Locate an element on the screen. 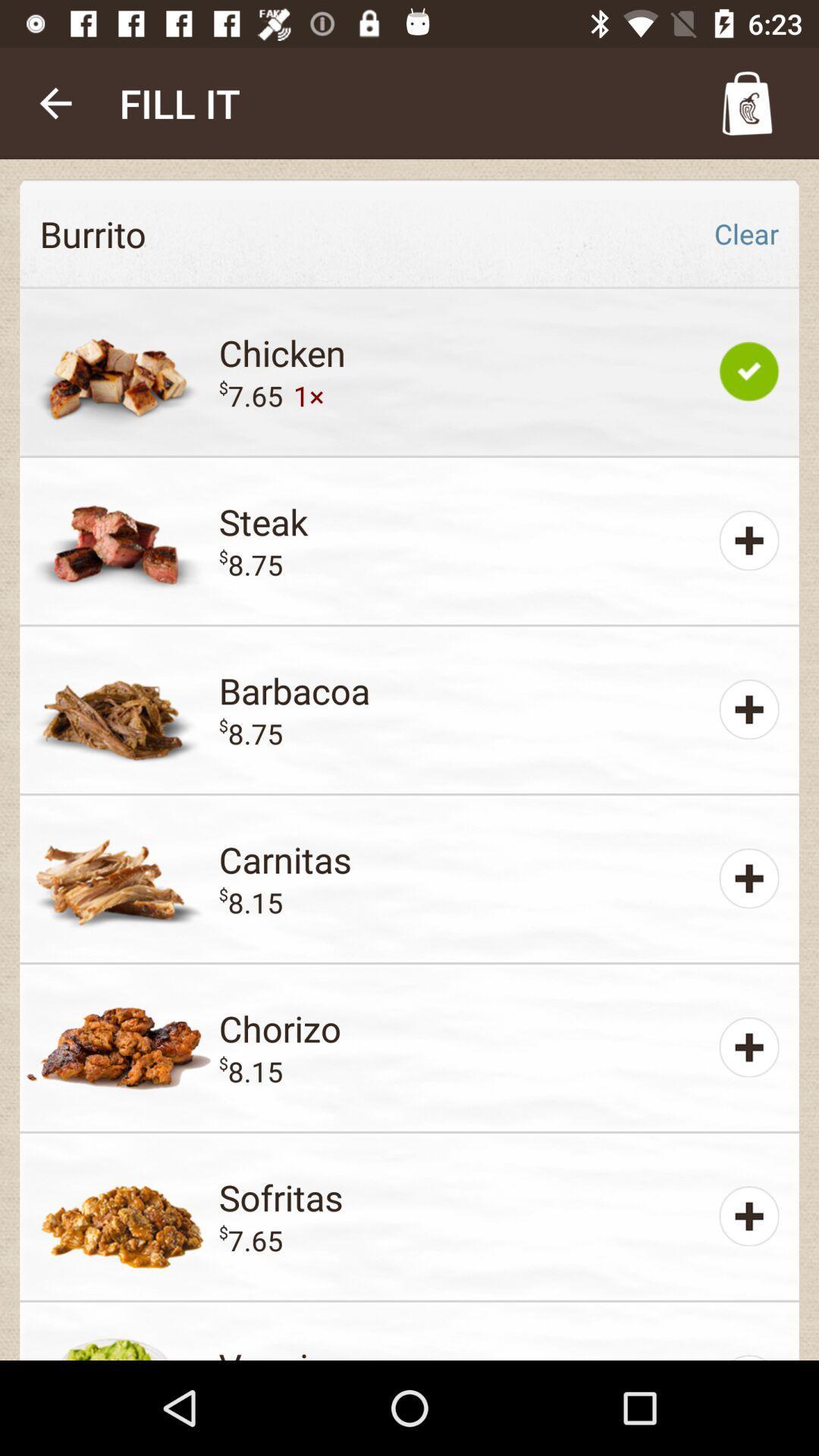 Image resolution: width=819 pixels, height=1456 pixels. clear item is located at coordinates (745, 233).